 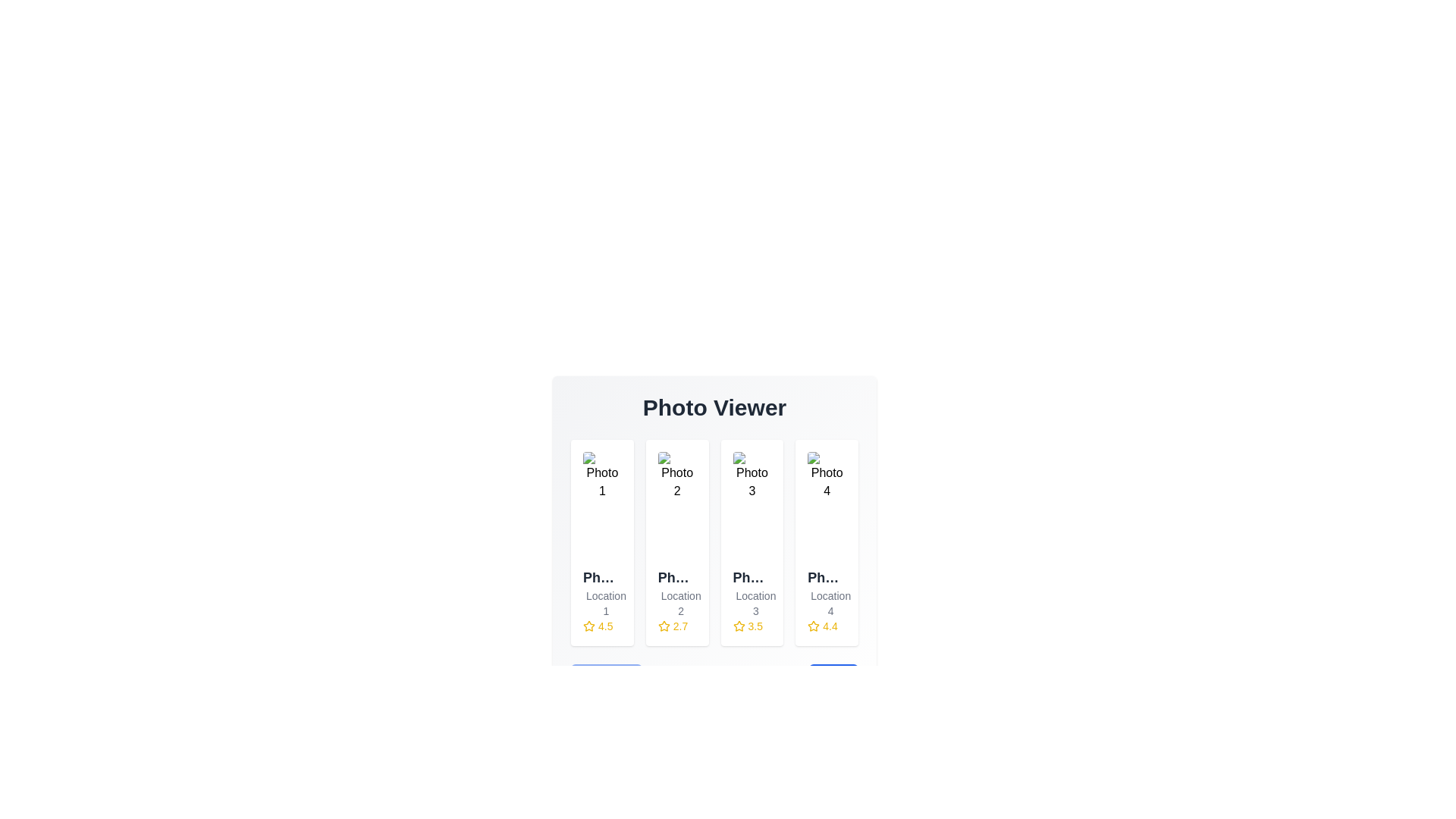 What do you see at coordinates (826, 506) in the screenshot?
I see `the placeholder image labeled 'Photo 4'` at bounding box center [826, 506].